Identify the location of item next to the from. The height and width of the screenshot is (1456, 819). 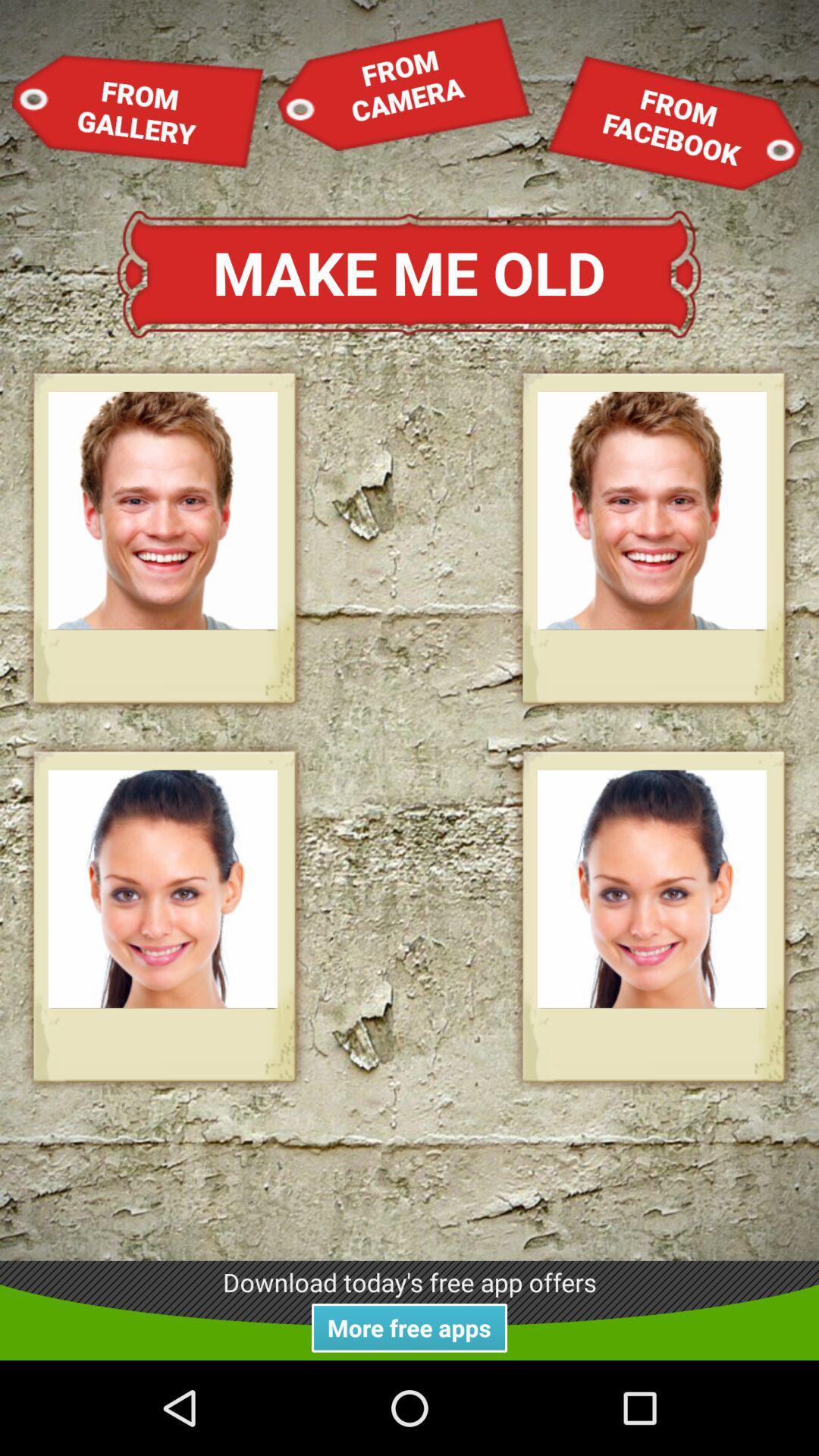
(403, 83).